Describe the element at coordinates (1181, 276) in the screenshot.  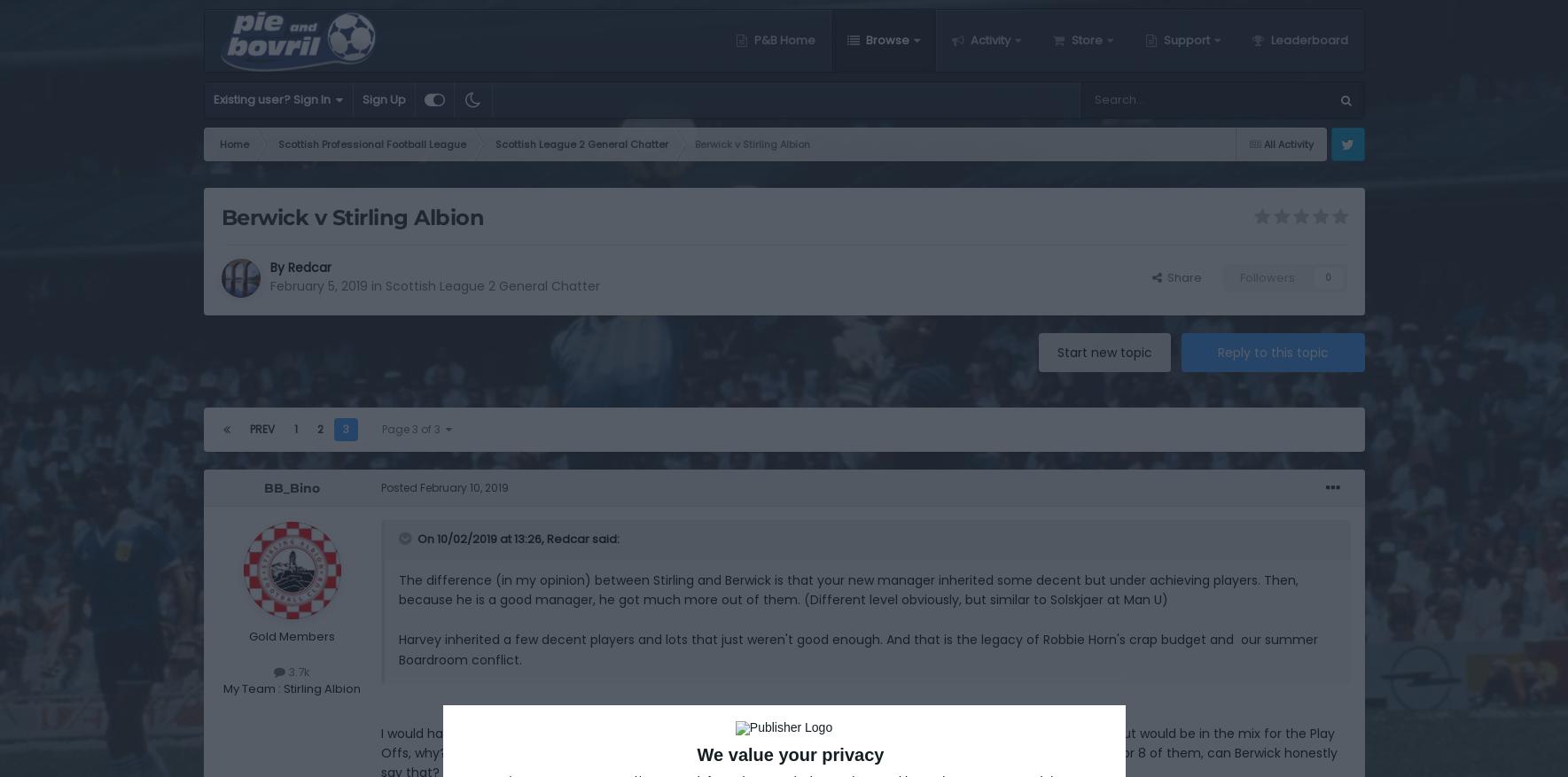
I see `'Share'` at that location.